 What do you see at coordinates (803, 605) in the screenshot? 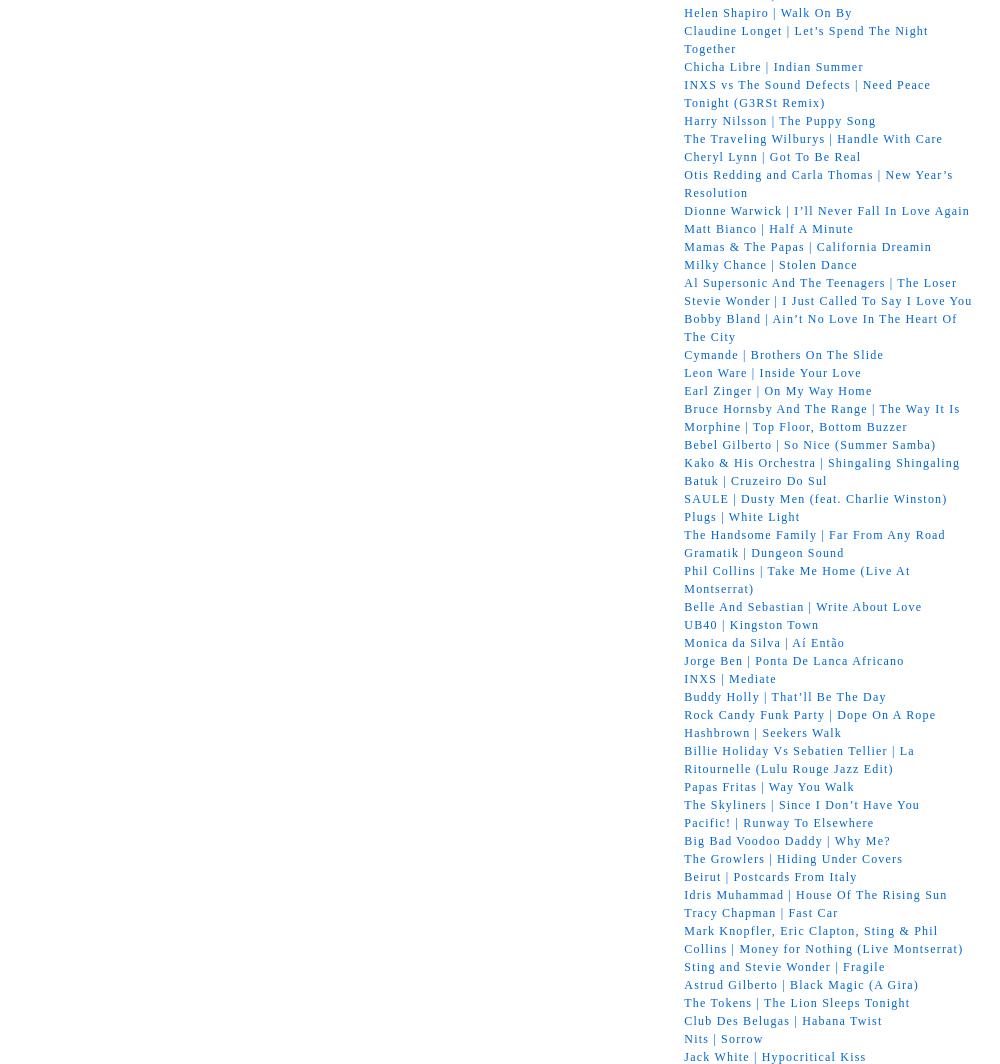
I see `'Belle And Sebastian | Write About Love'` at bounding box center [803, 605].